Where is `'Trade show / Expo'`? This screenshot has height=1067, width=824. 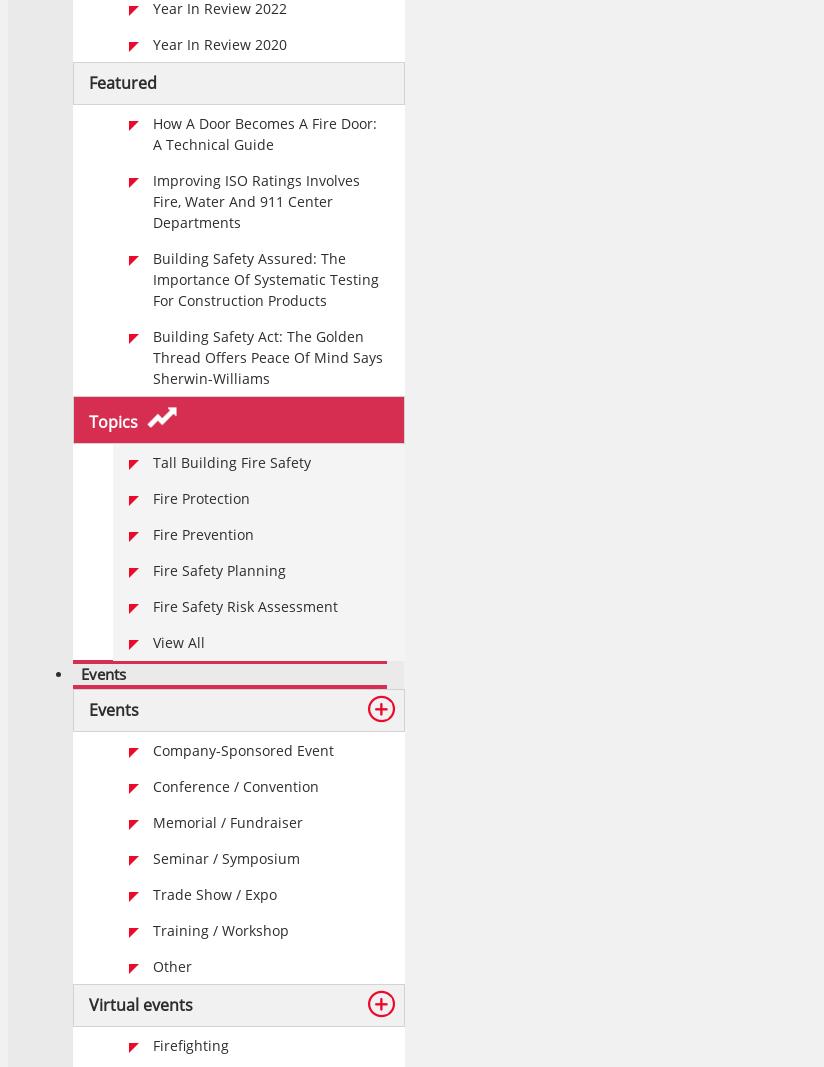
'Trade show / Expo' is located at coordinates (213, 894).